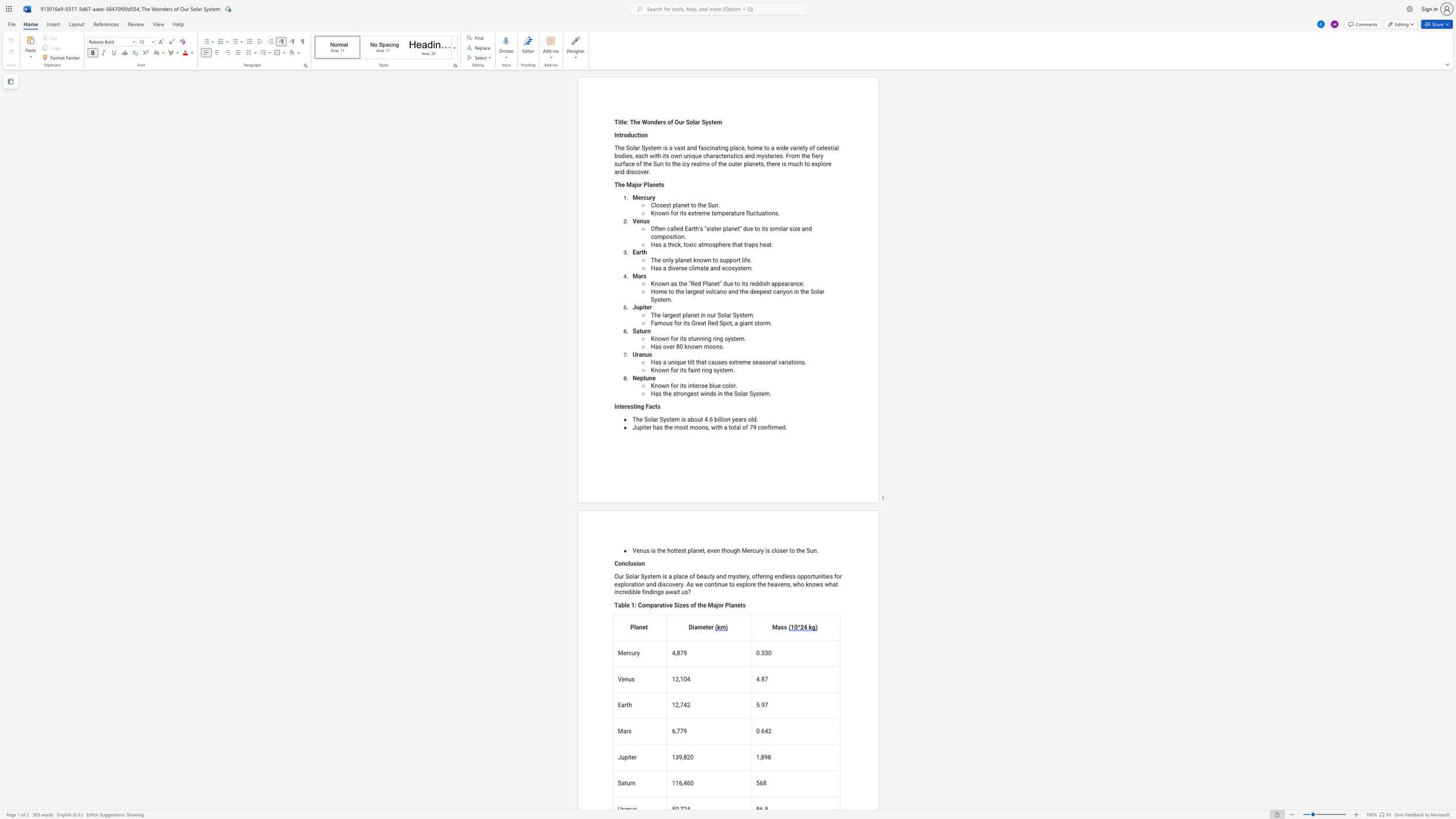 This screenshot has width=1456, height=819. Describe the element at coordinates (617, 135) in the screenshot. I see `the 1th character "n" in the text` at that location.